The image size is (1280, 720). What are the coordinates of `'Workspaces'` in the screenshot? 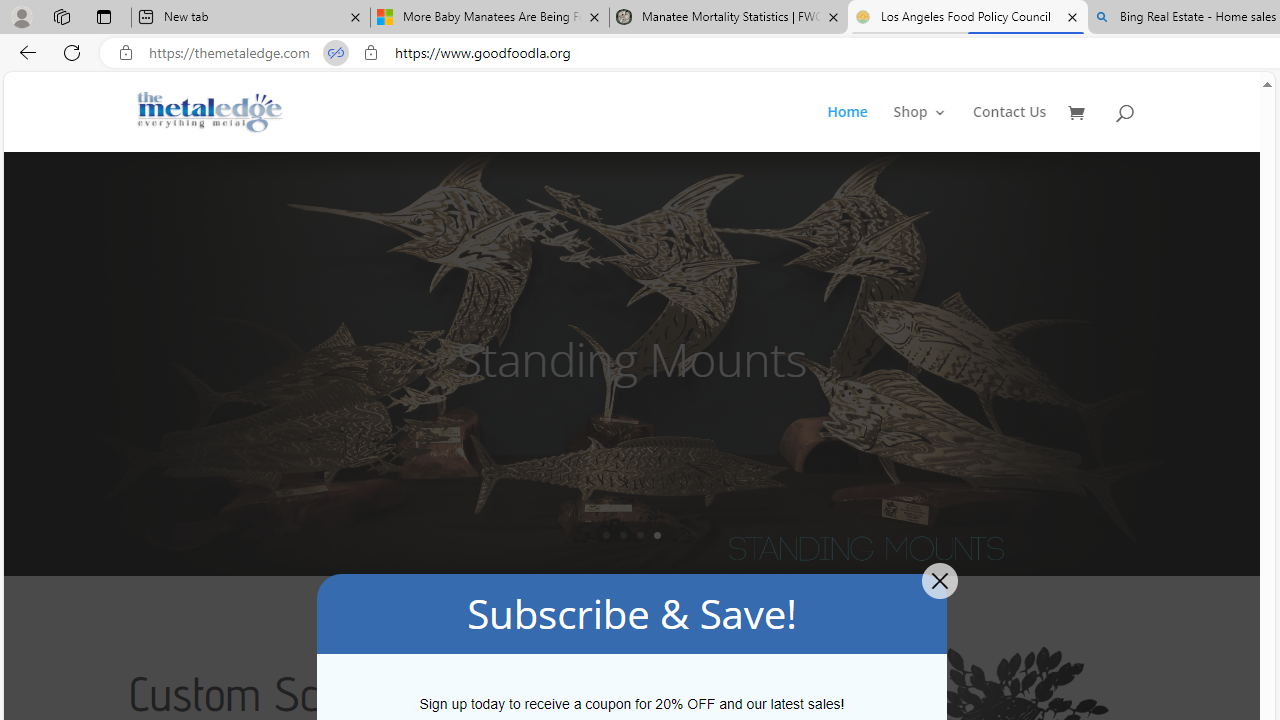 It's located at (61, 16).